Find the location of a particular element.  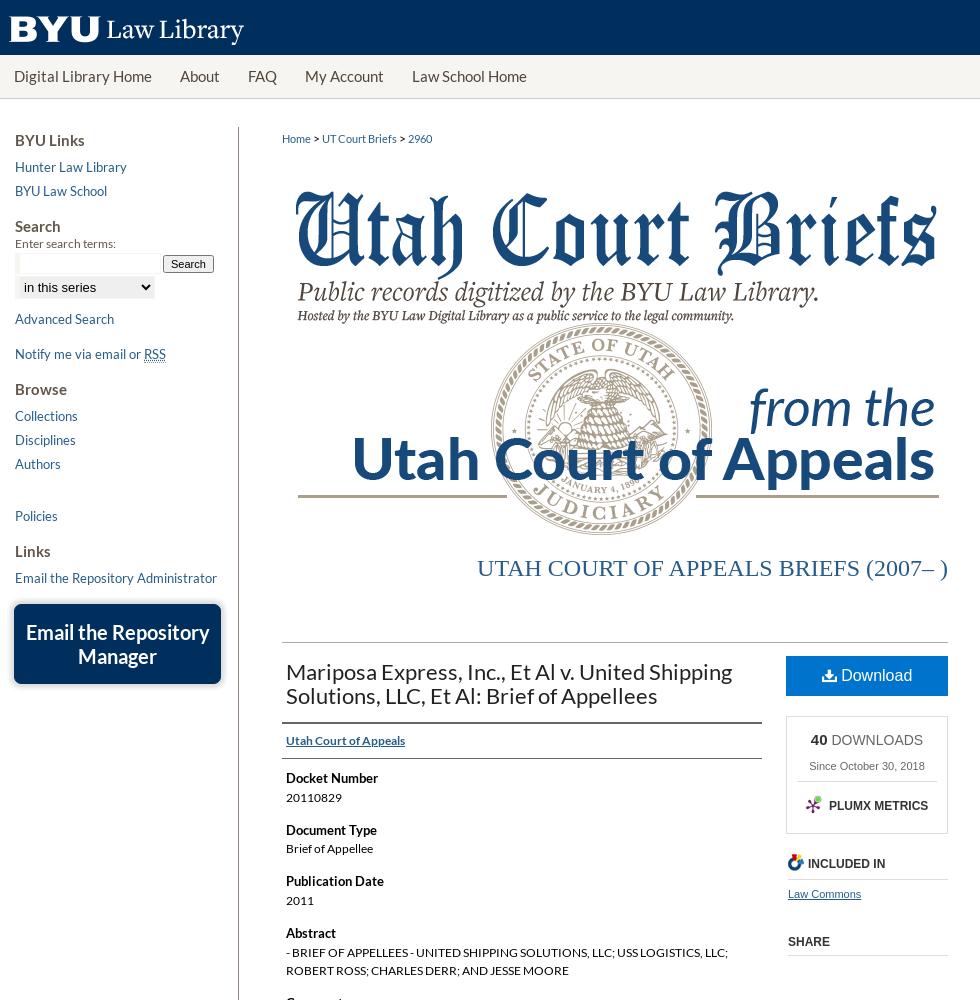

'2960' is located at coordinates (420, 138).